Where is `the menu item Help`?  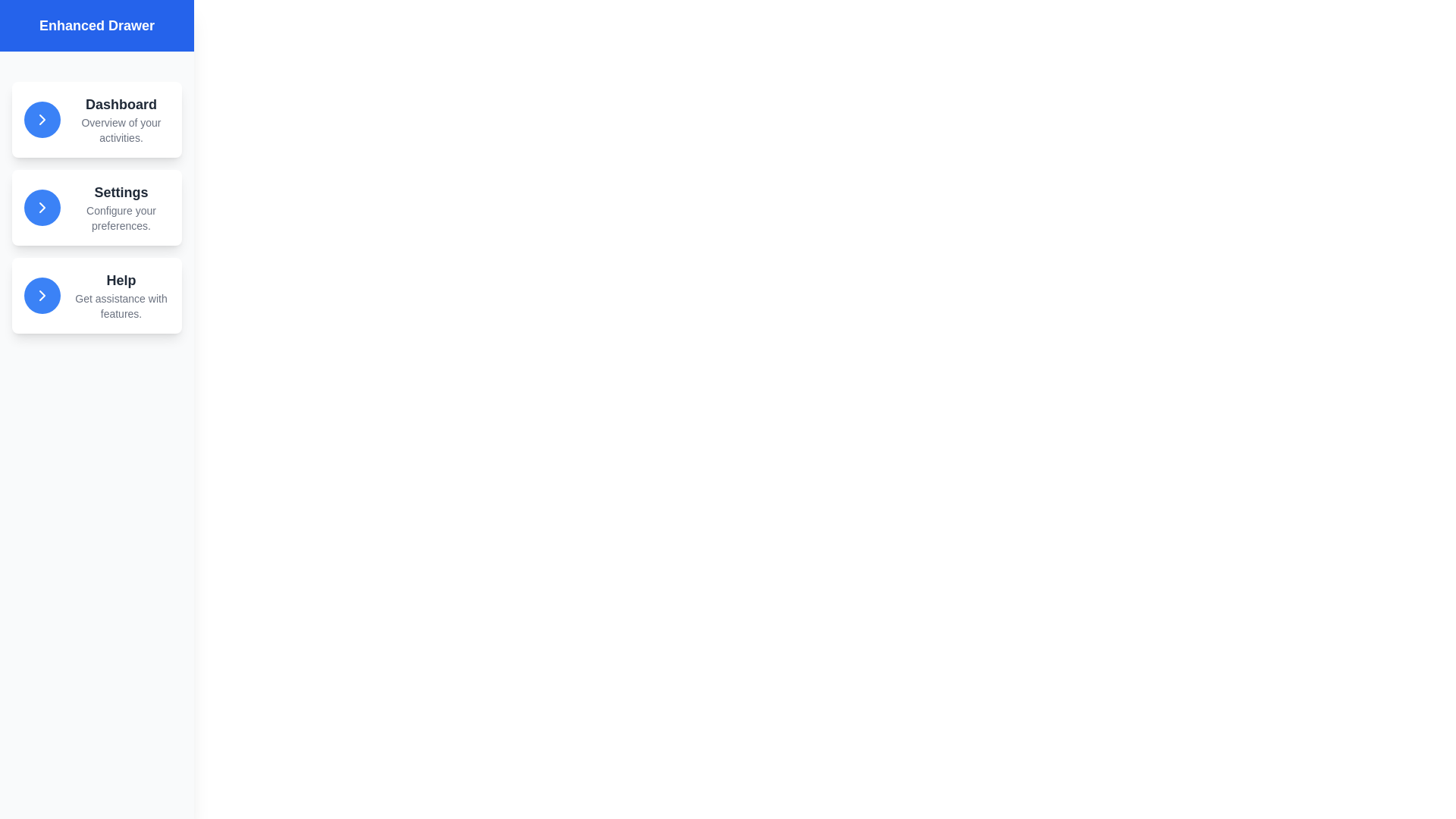 the menu item Help is located at coordinates (96, 295).